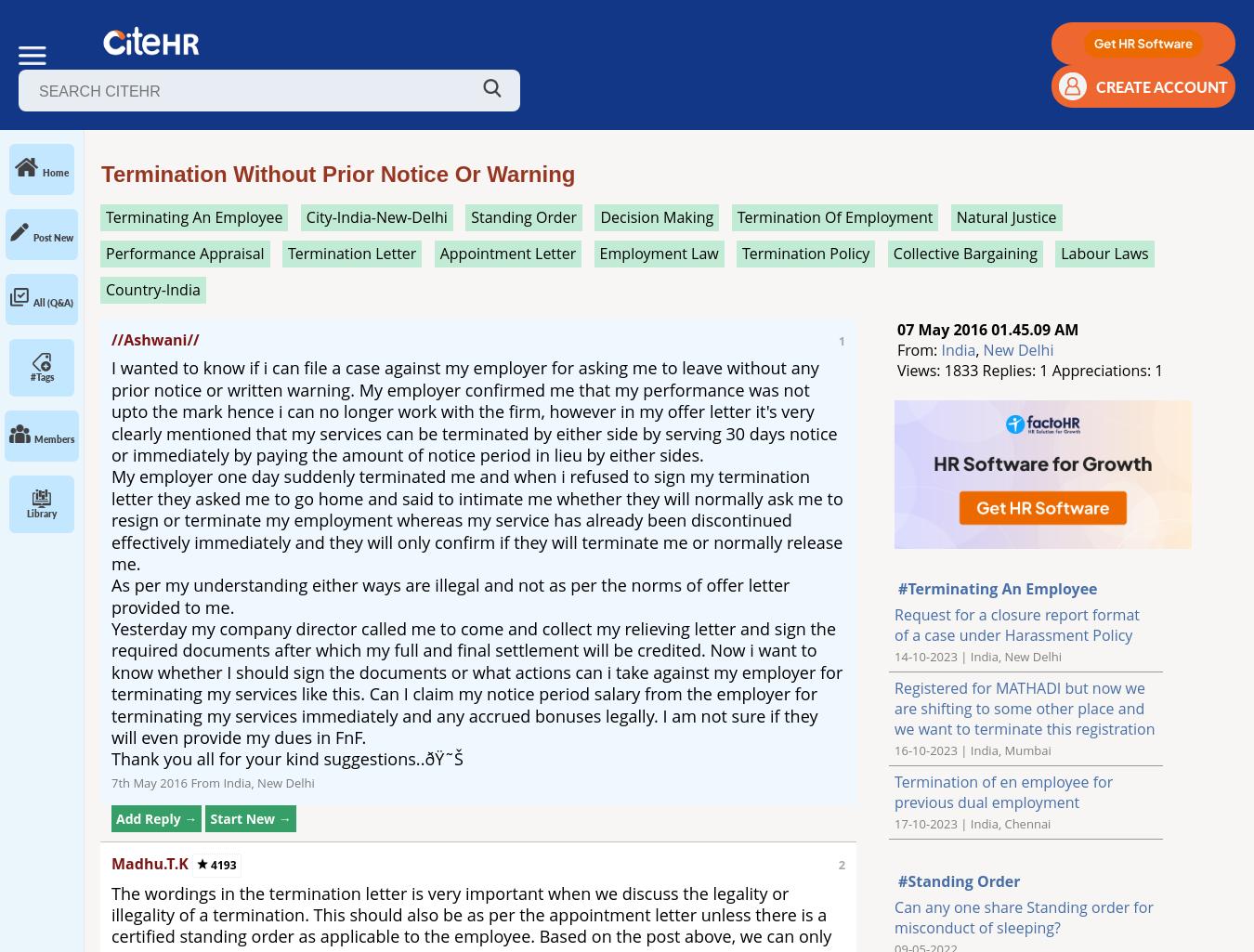  Describe the element at coordinates (998, 587) in the screenshot. I see `'#Terminating An Employee'` at that location.